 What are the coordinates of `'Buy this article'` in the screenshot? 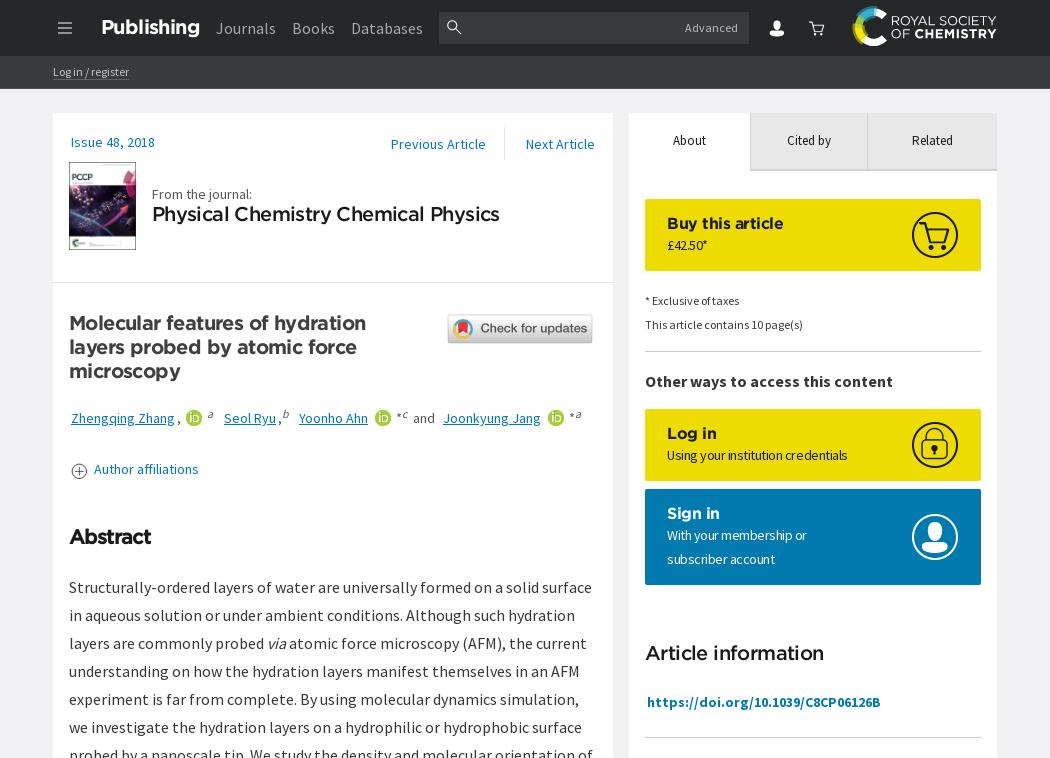 It's located at (665, 223).